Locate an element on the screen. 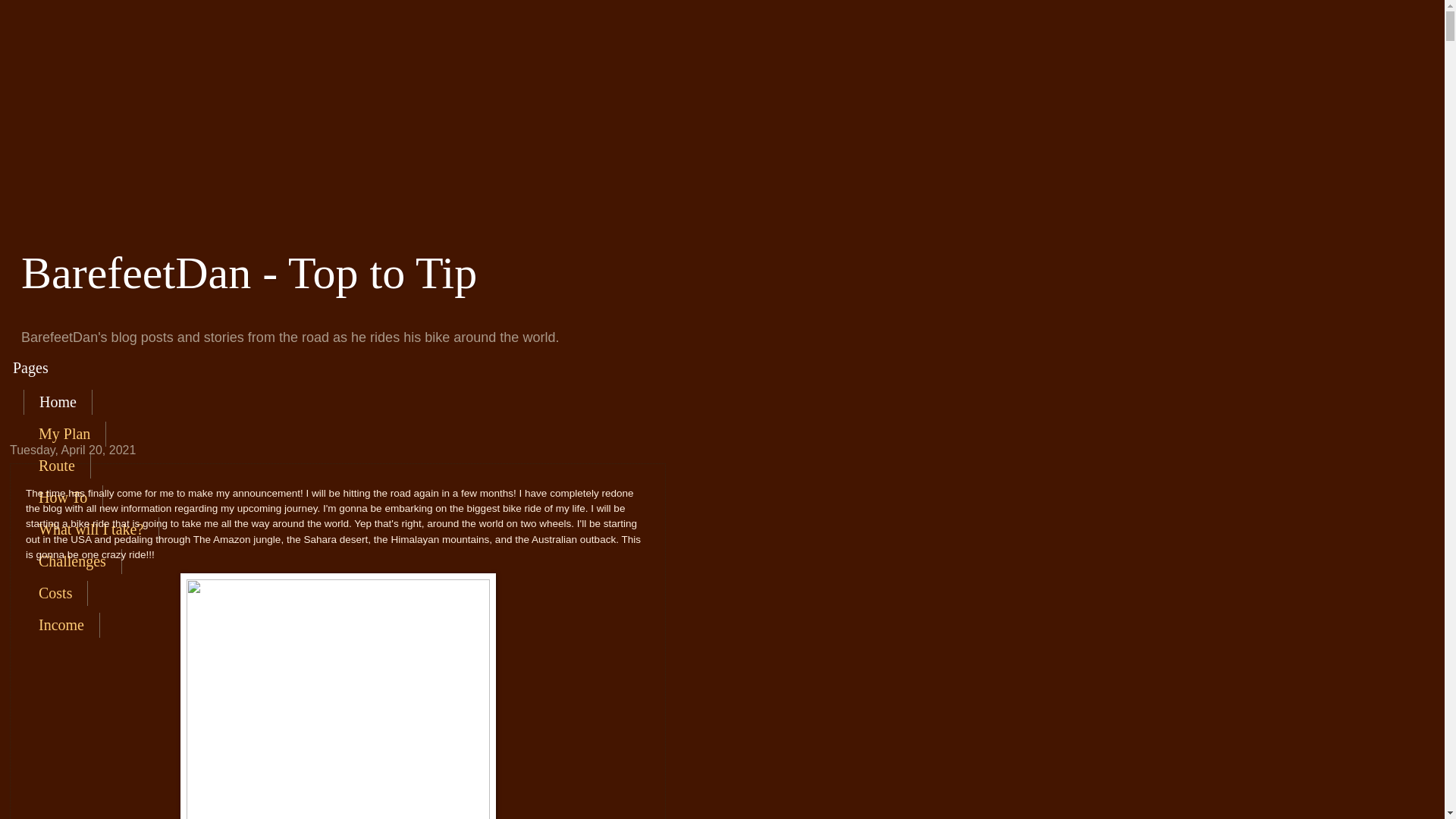  'How To' is located at coordinates (23, 497).